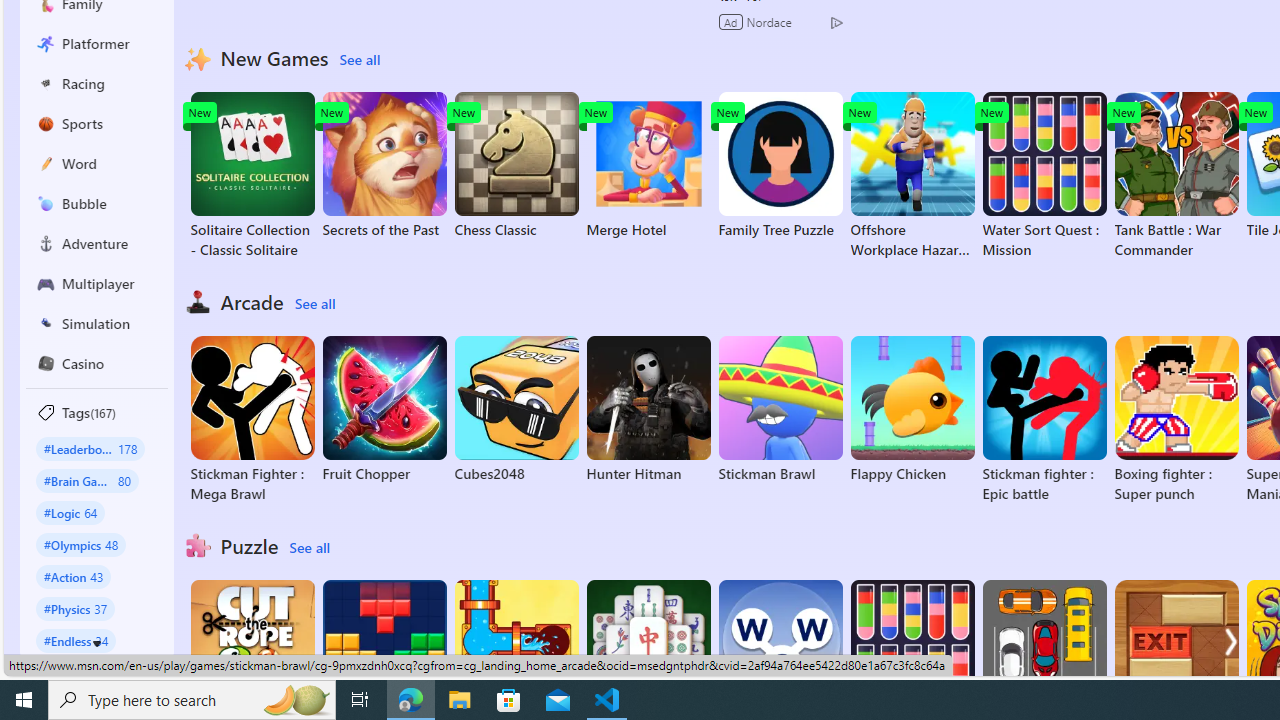 The image size is (1280, 720). Describe the element at coordinates (1043, 419) in the screenshot. I see `'Stickman fighter : Epic battle'` at that location.